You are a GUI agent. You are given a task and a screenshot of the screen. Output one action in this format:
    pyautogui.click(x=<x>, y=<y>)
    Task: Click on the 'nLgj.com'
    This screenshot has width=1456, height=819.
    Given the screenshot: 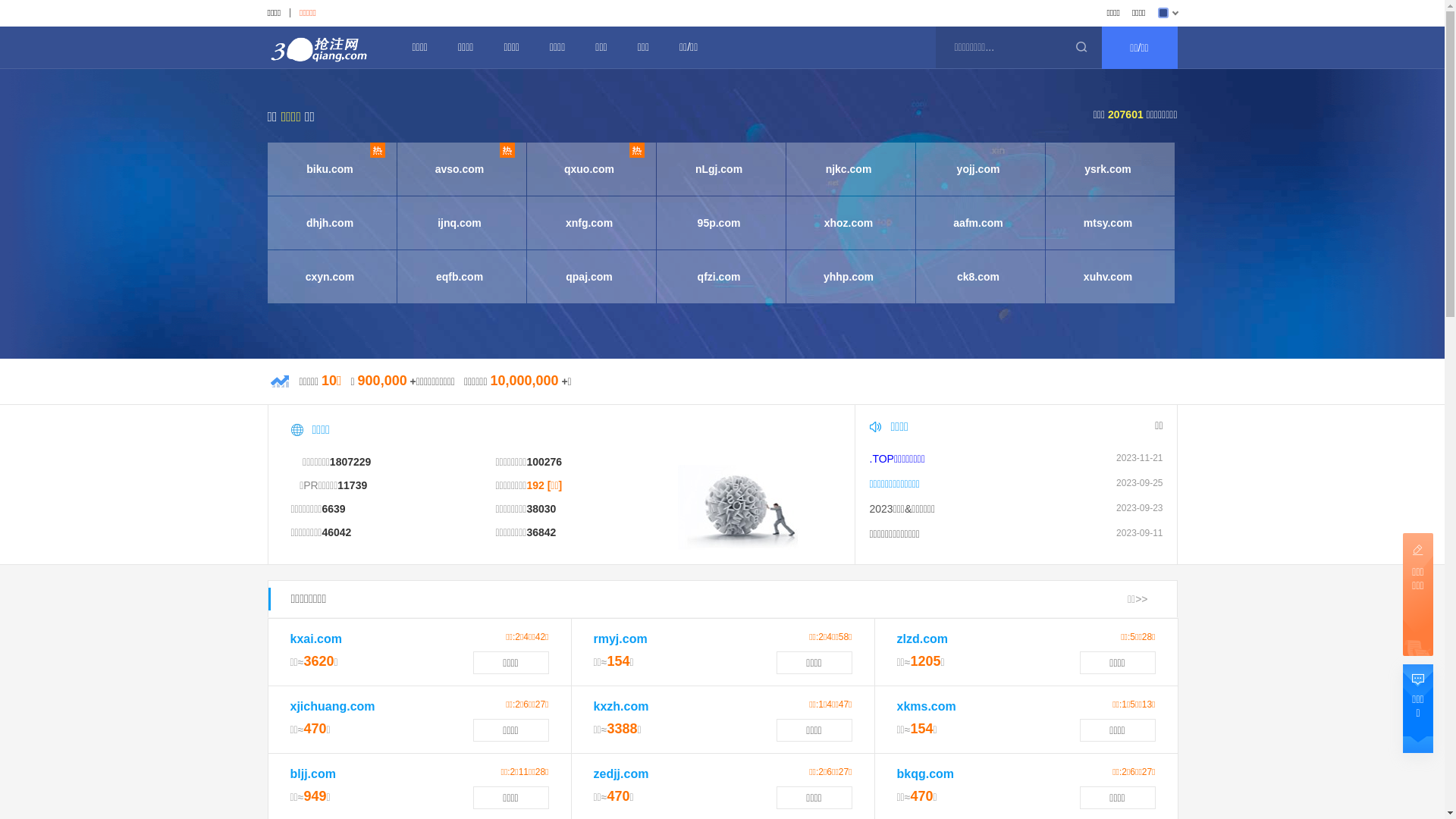 What is the action you would take?
    pyautogui.click(x=718, y=169)
    